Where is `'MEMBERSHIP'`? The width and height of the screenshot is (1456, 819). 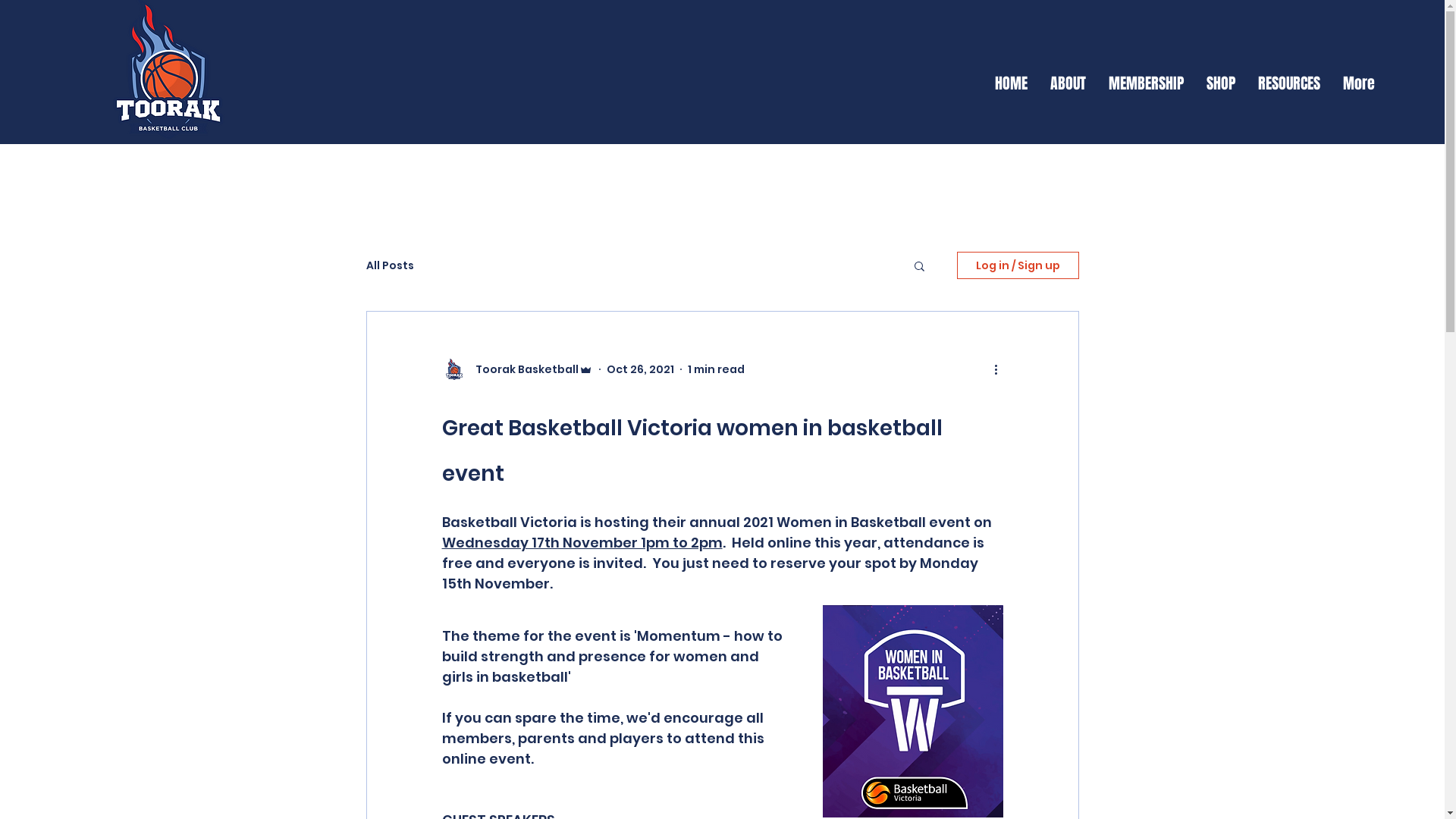 'MEMBERSHIP' is located at coordinates (1146, 83).